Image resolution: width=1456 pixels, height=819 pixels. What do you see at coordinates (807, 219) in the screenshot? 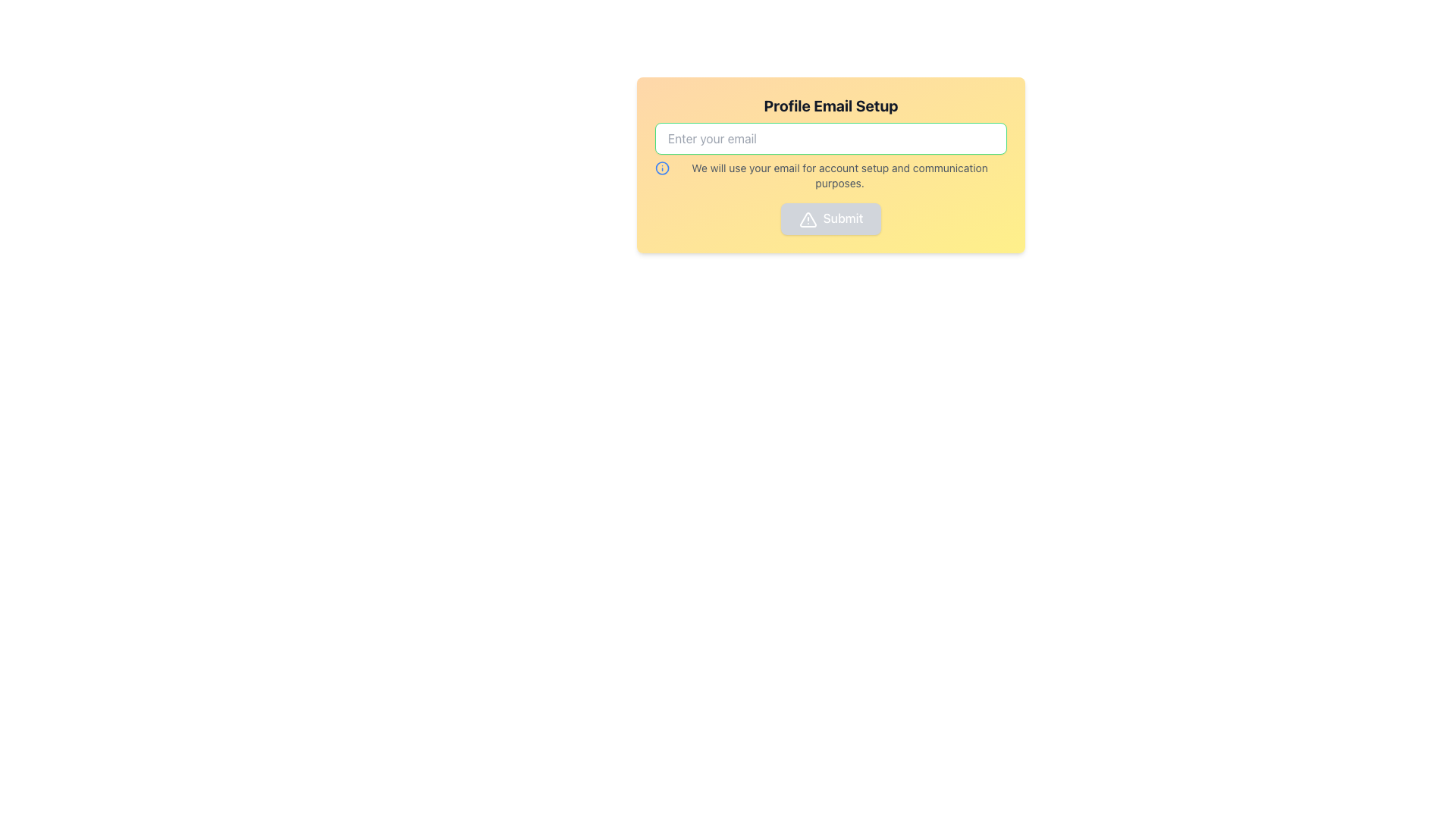
I see `the triangular alert icon located within the 'Submit' button` at bounding box center [807, 219].